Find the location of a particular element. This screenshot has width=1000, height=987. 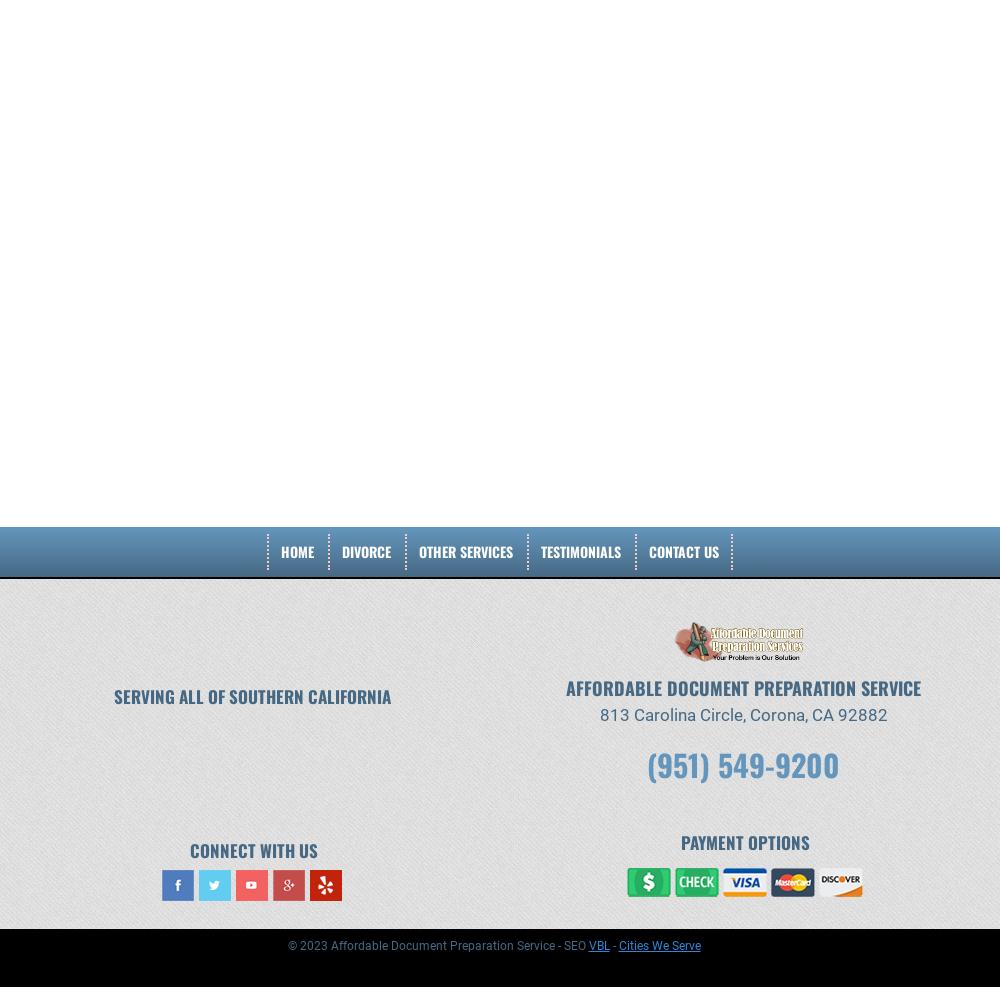

'Testimonials' is located at coordinates (580, 551).